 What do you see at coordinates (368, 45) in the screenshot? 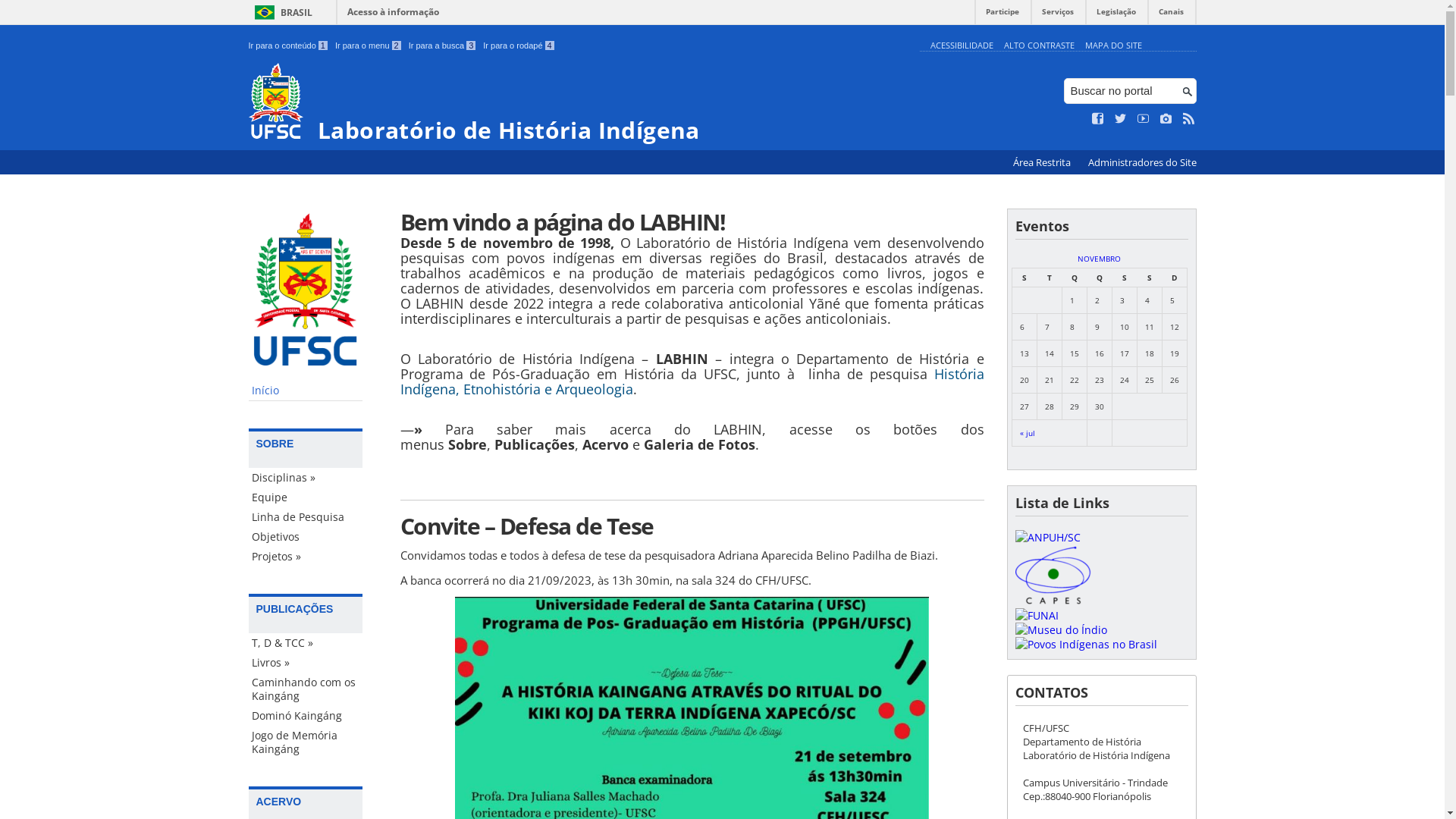
I see `'Ir para o menu 2'` at bounding box center [368, 45].